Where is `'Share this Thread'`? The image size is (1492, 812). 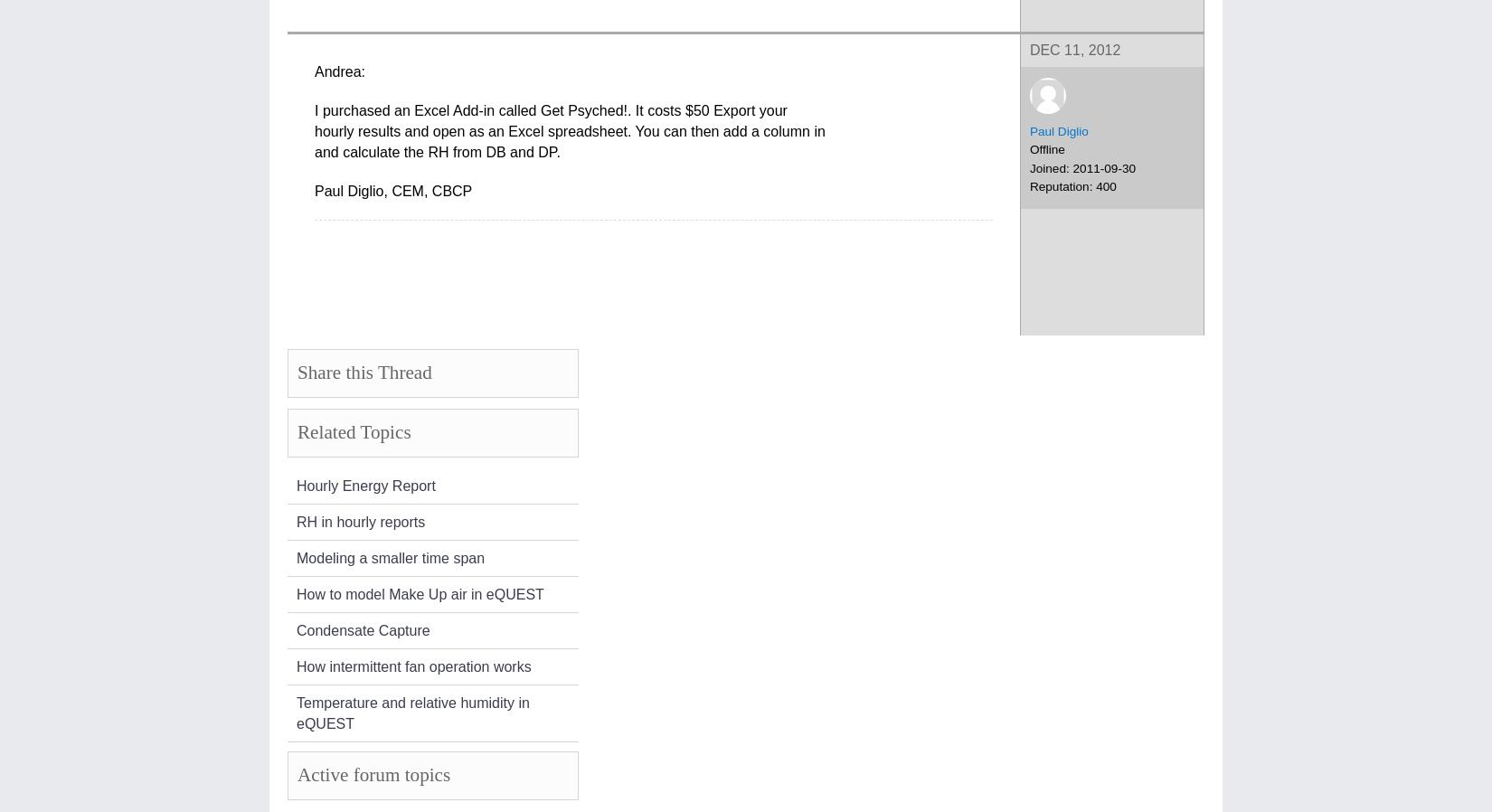 'Share this Thread' is located at coordinates (364, 373).